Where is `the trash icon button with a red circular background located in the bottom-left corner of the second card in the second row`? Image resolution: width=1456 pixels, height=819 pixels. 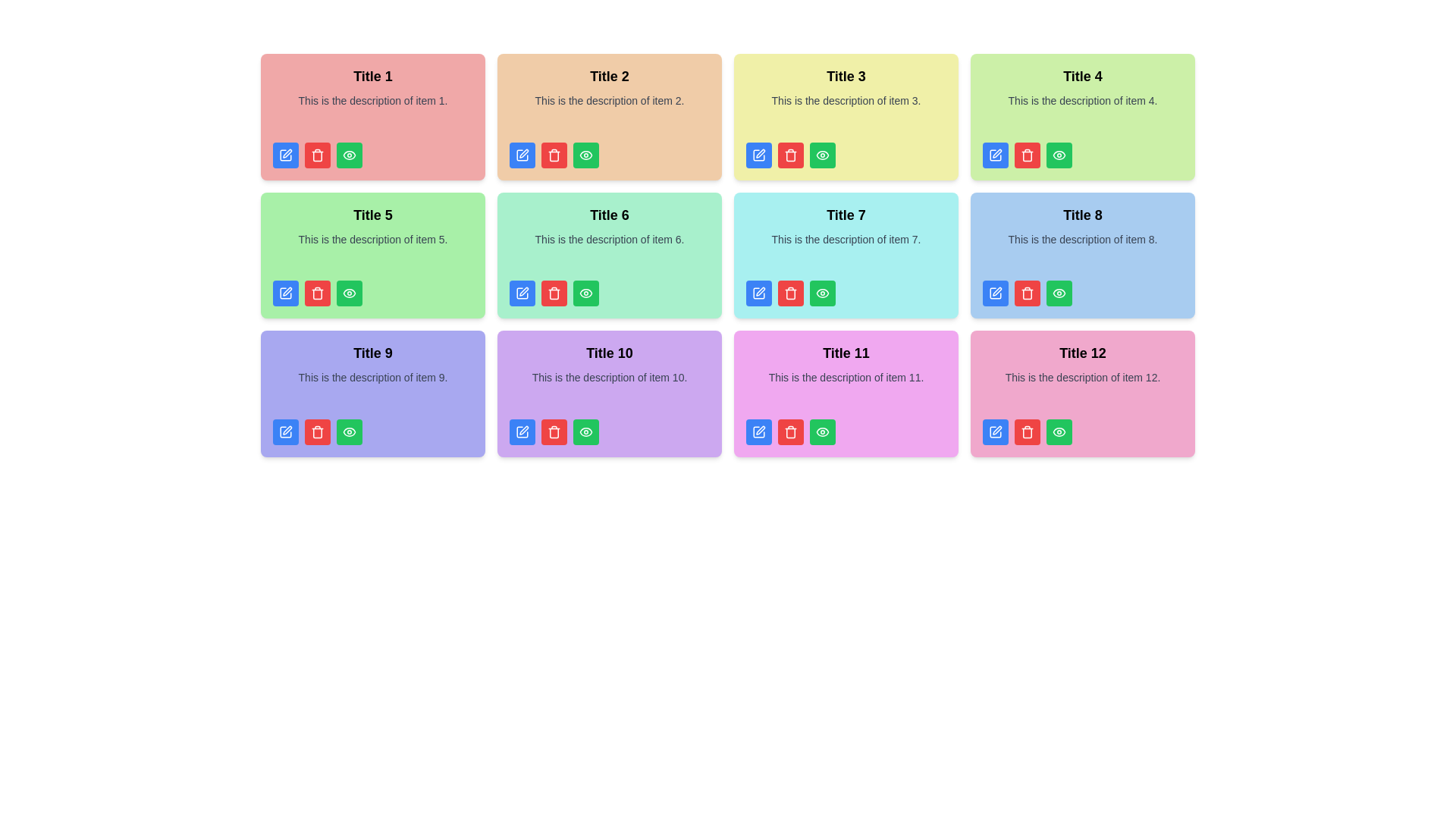 the trash icon button with a red circular background located in the bottom-left corner of the second card in the second row is located at coordinates (789, 293).